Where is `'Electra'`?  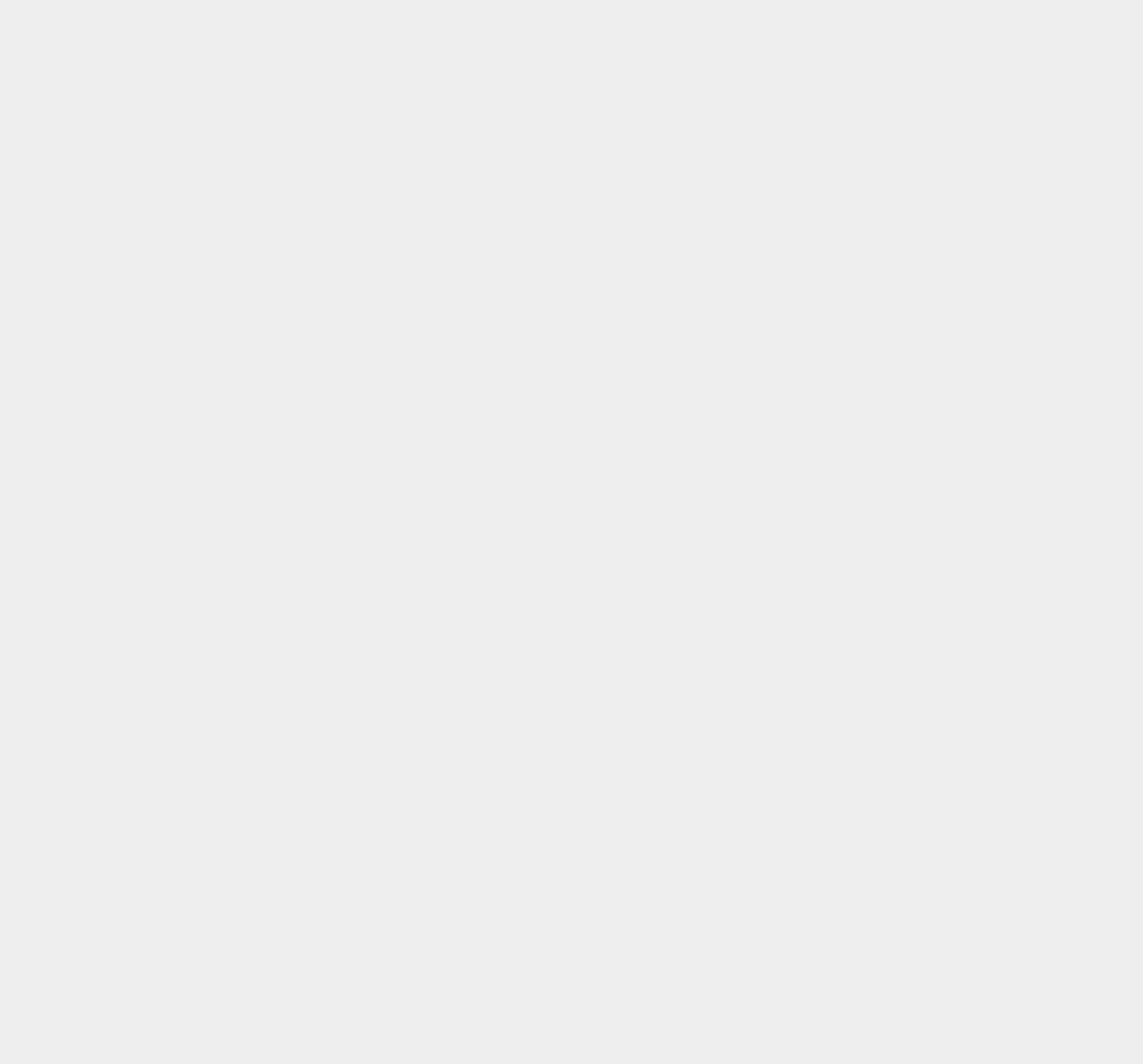
'Electra' is located at coordinates (807, 800).